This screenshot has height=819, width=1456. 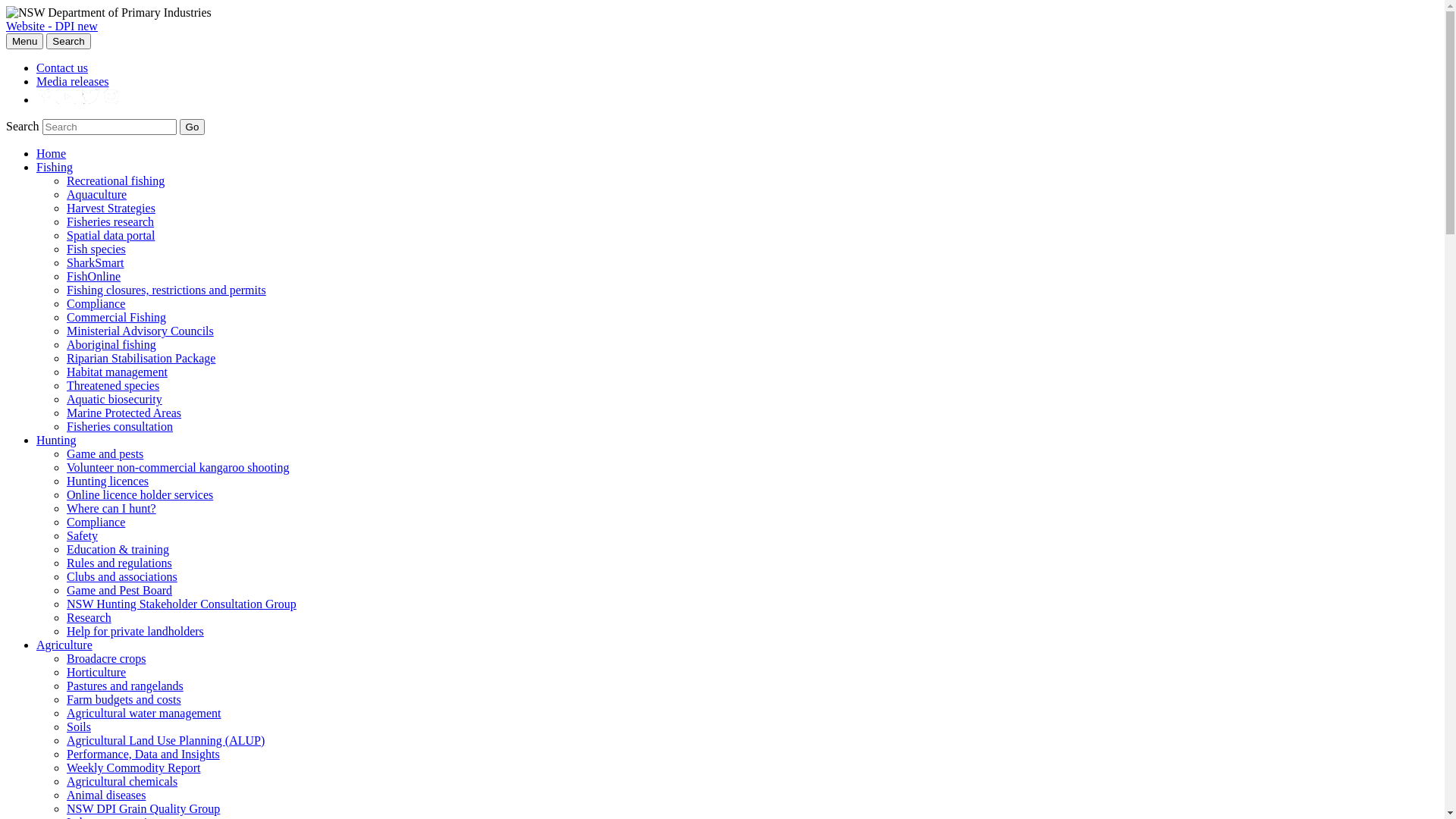 I want to click on 'Help for private landholders', so click(x=135, y=631).